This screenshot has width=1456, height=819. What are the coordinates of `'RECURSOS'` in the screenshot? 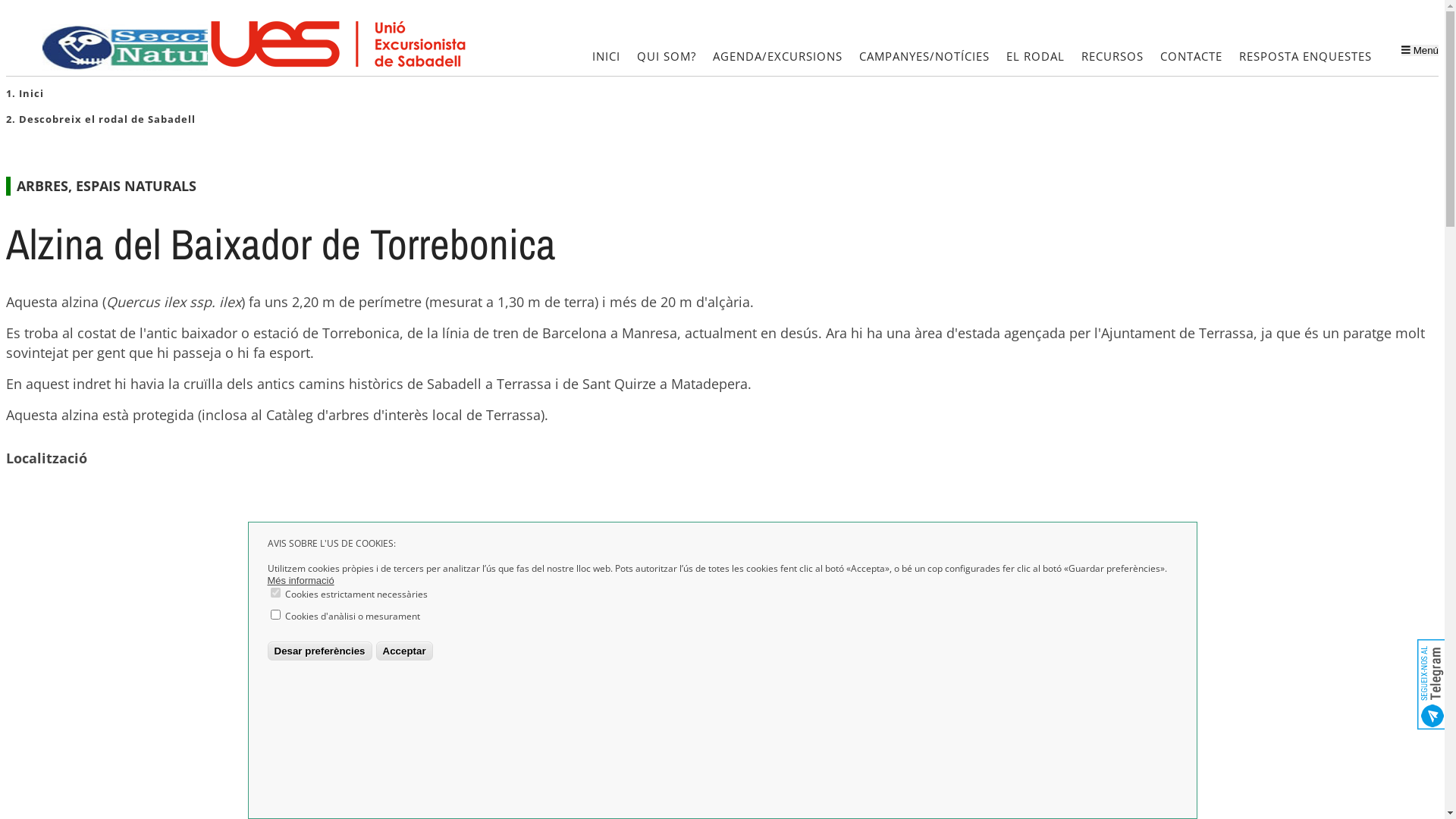 It's located at (1112, 56).